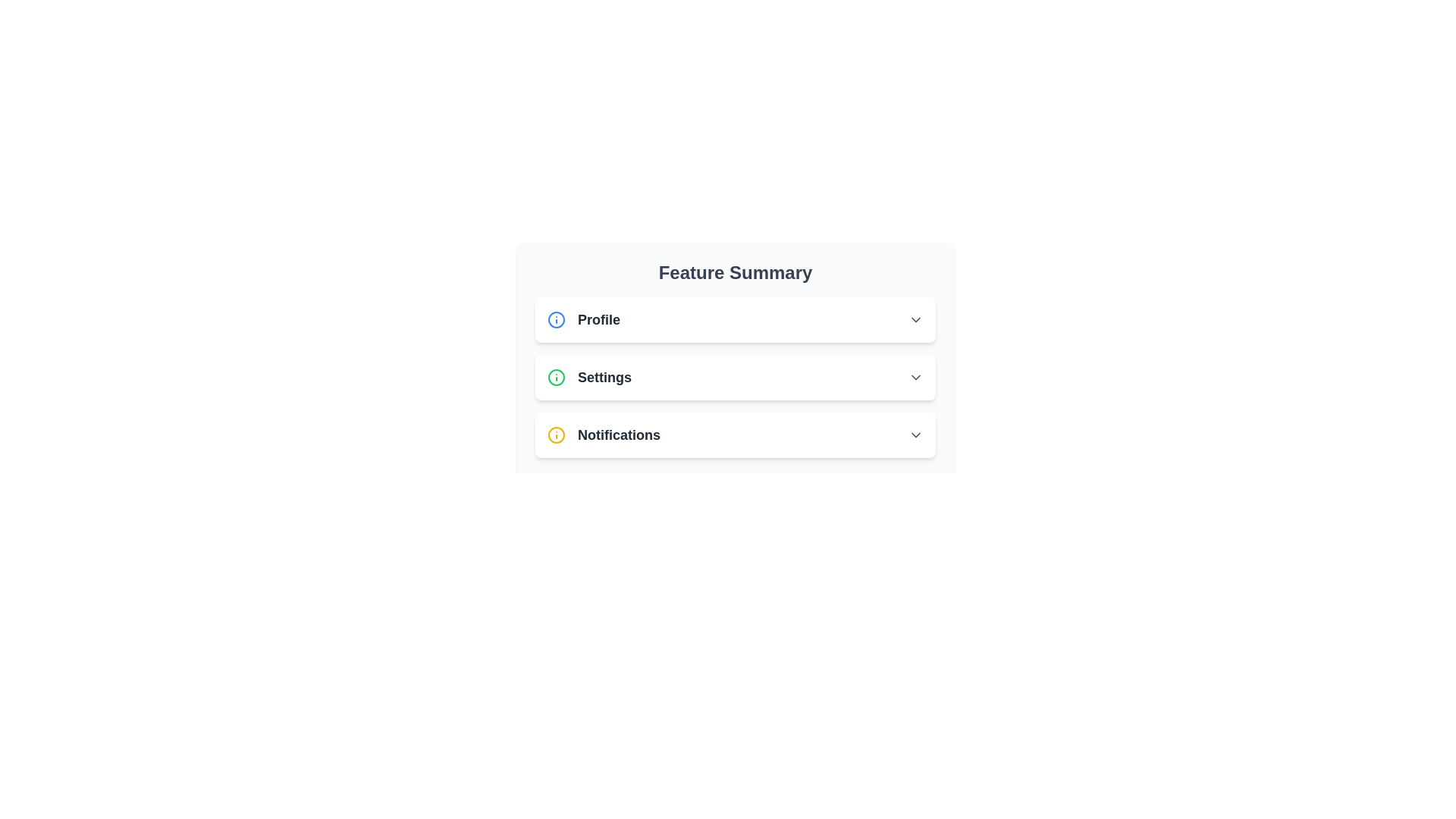 This screenshot has height=819, width=1456. What do you see at coordinates (582, 318) in the screenshot?
I see `the 'Profile' text label with the adjacent informational icon, which is styled in bold dark gray font and has a blue circular icon with an 'i' inside` at bounding box center [582, 318].